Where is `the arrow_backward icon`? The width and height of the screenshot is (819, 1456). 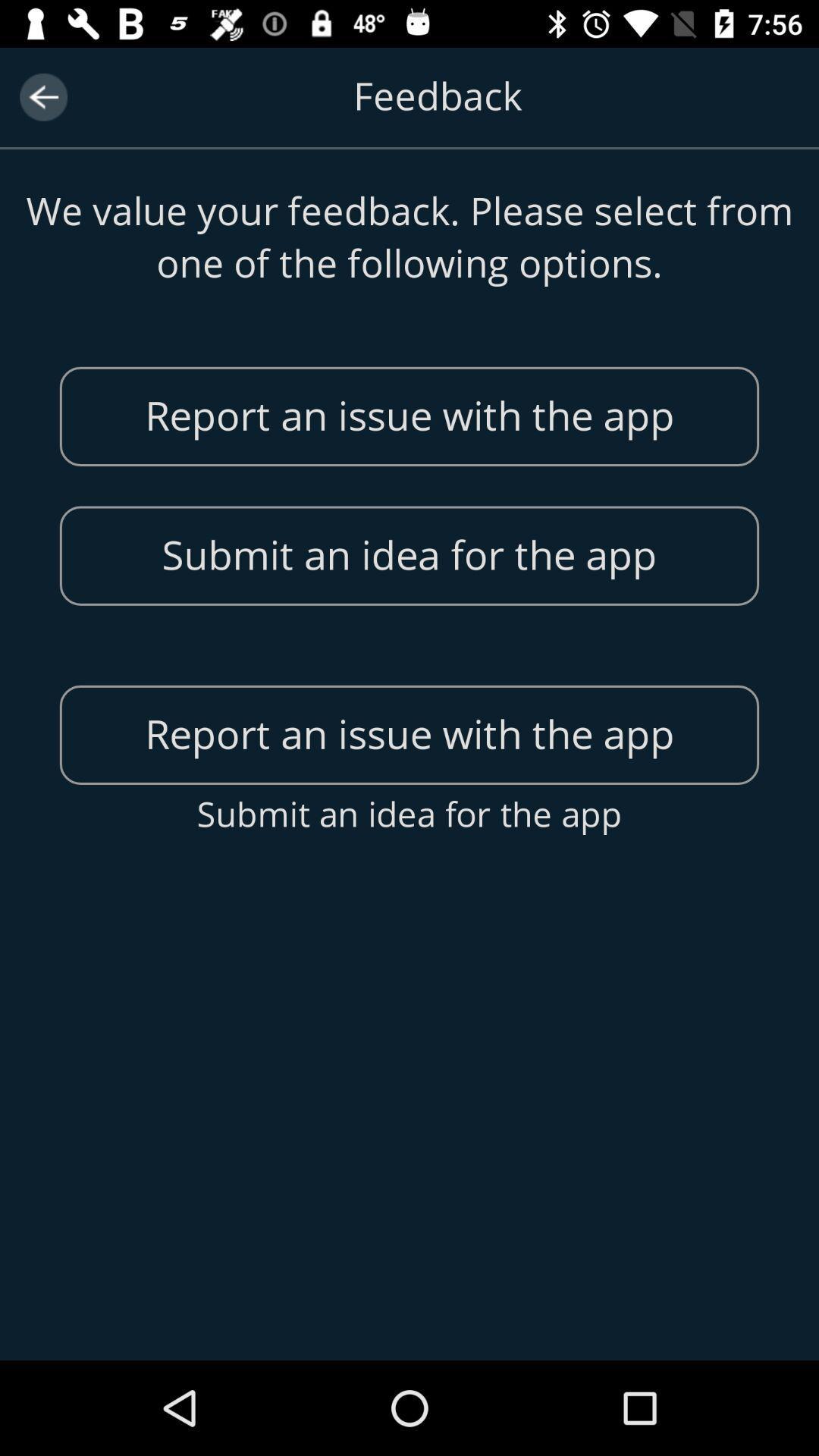
the arrow_backward icon is located at coordinates (42, 96).